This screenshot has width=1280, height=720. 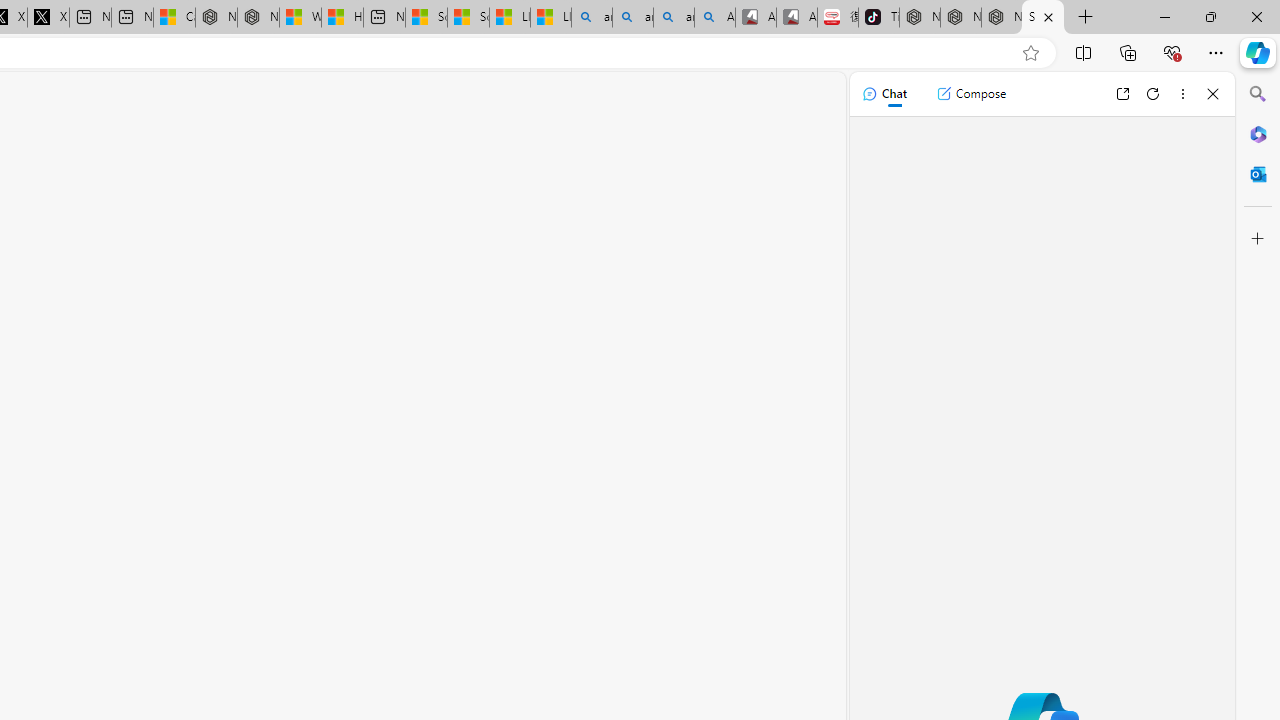 What do you see at coordinates (883, 93) in the screenshot?
I see `'Chat'` at bounding box center [883, 93].